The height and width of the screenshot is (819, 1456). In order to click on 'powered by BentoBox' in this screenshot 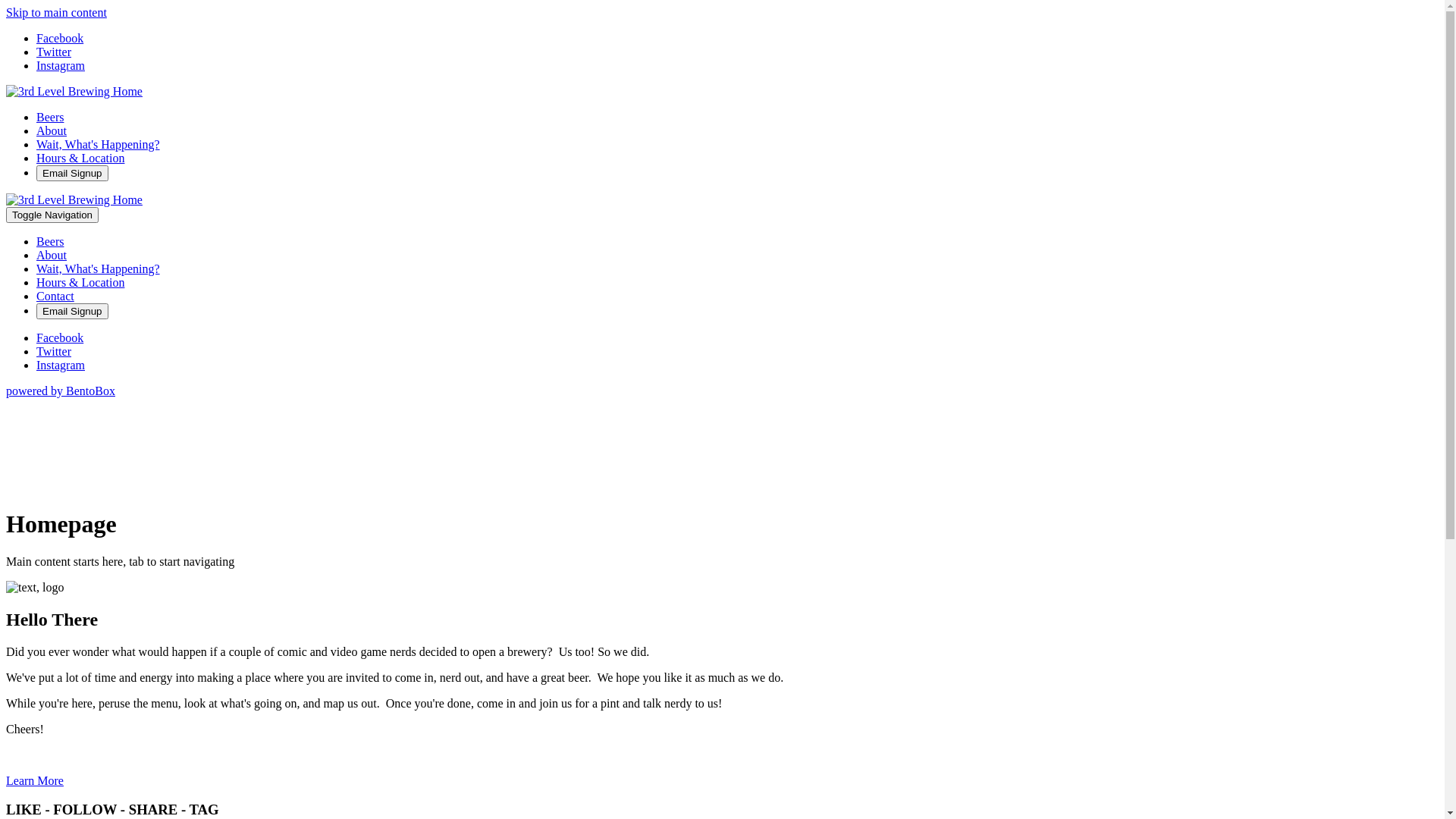, I will do `click(6, 390)`.